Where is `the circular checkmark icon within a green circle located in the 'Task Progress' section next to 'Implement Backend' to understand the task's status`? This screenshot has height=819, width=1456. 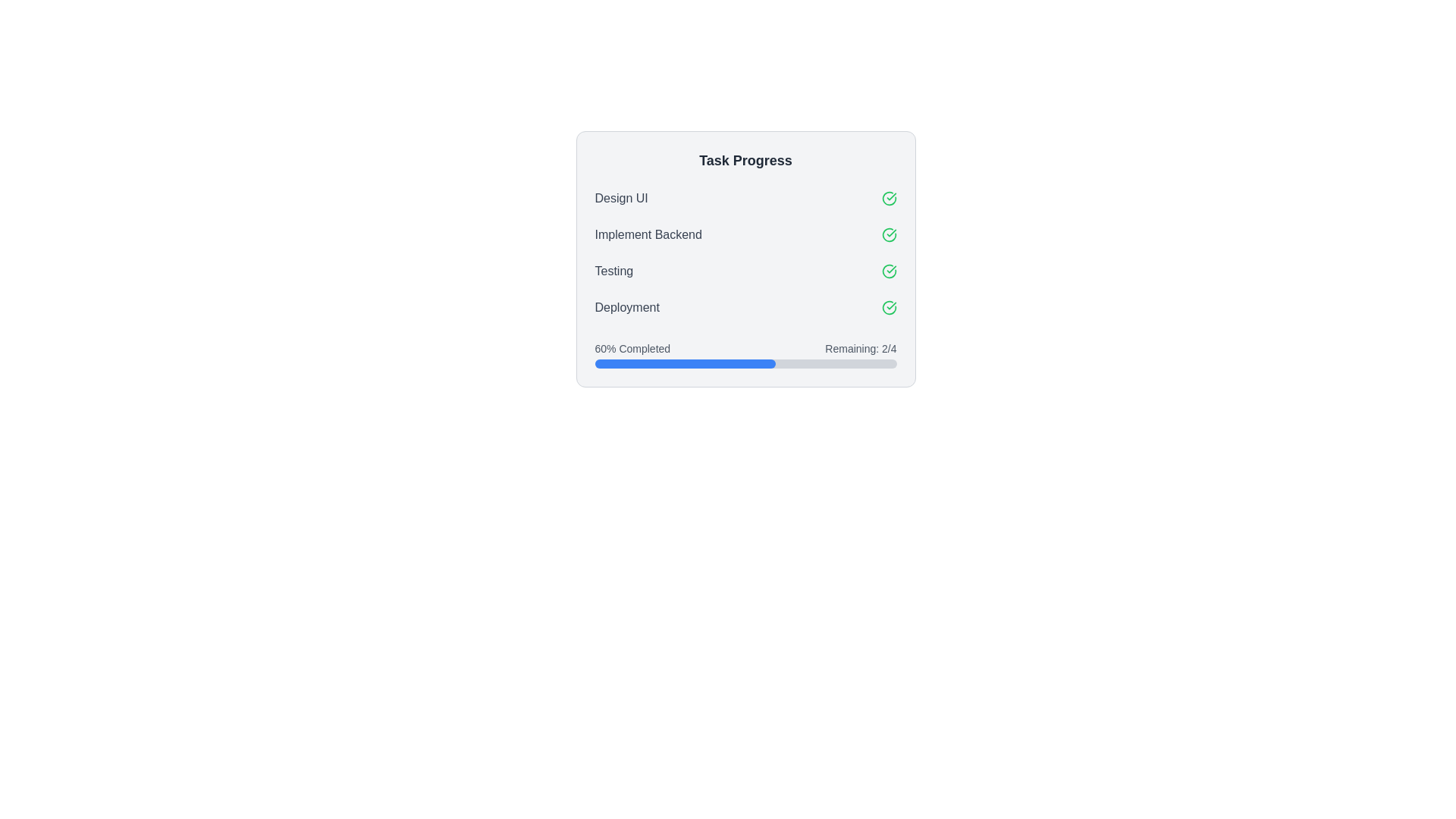
the circular checkmark icon within a green circle located in the 'Task Progress' section next to 'Implement Backend' to understand the task's status is located at coordinates (889, 234).